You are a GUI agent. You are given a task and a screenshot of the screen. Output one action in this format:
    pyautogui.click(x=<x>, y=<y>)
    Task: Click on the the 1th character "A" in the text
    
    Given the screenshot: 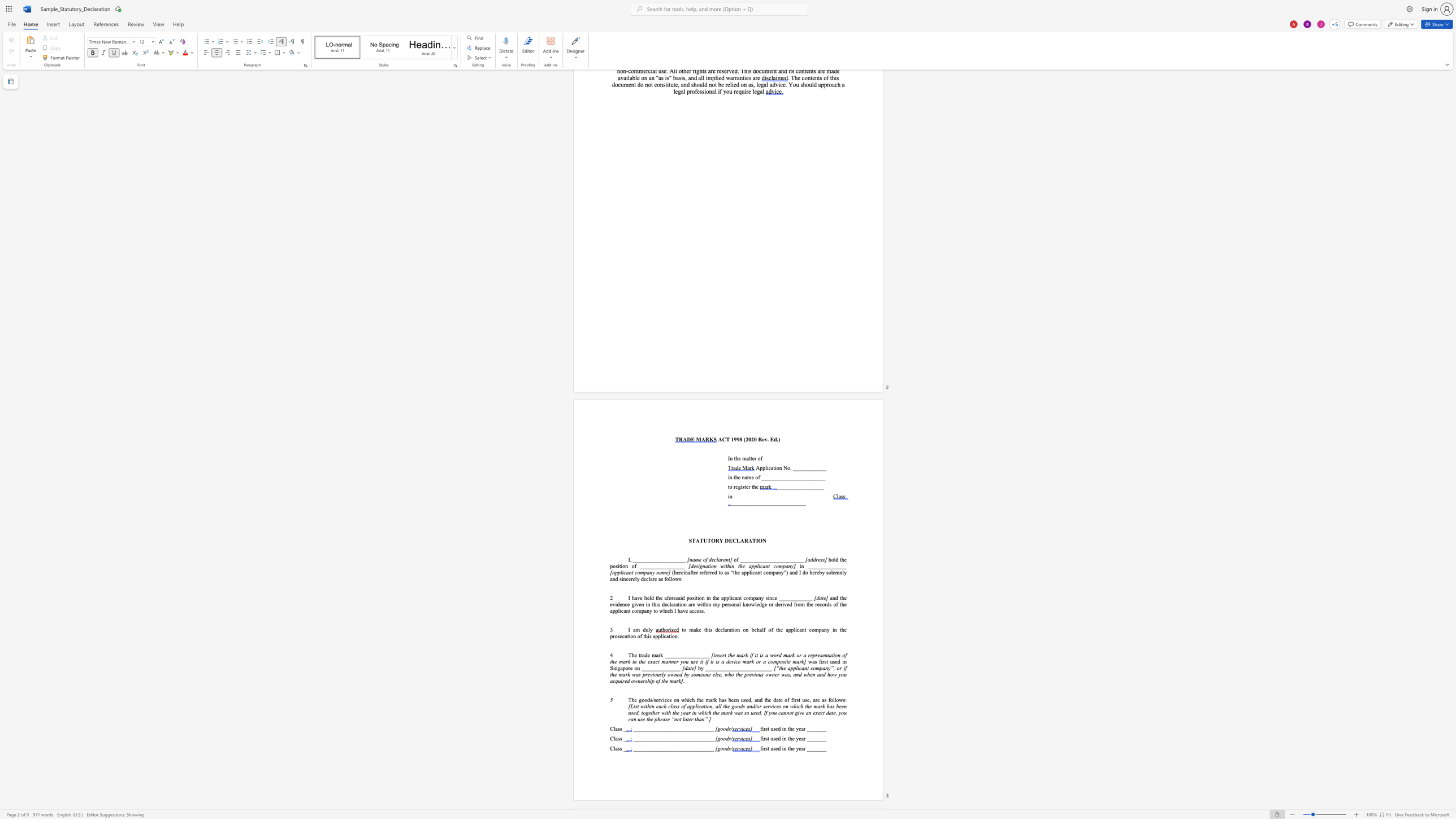 What is the action you would take?
    pyautogui.click(x=720, y=439)
    